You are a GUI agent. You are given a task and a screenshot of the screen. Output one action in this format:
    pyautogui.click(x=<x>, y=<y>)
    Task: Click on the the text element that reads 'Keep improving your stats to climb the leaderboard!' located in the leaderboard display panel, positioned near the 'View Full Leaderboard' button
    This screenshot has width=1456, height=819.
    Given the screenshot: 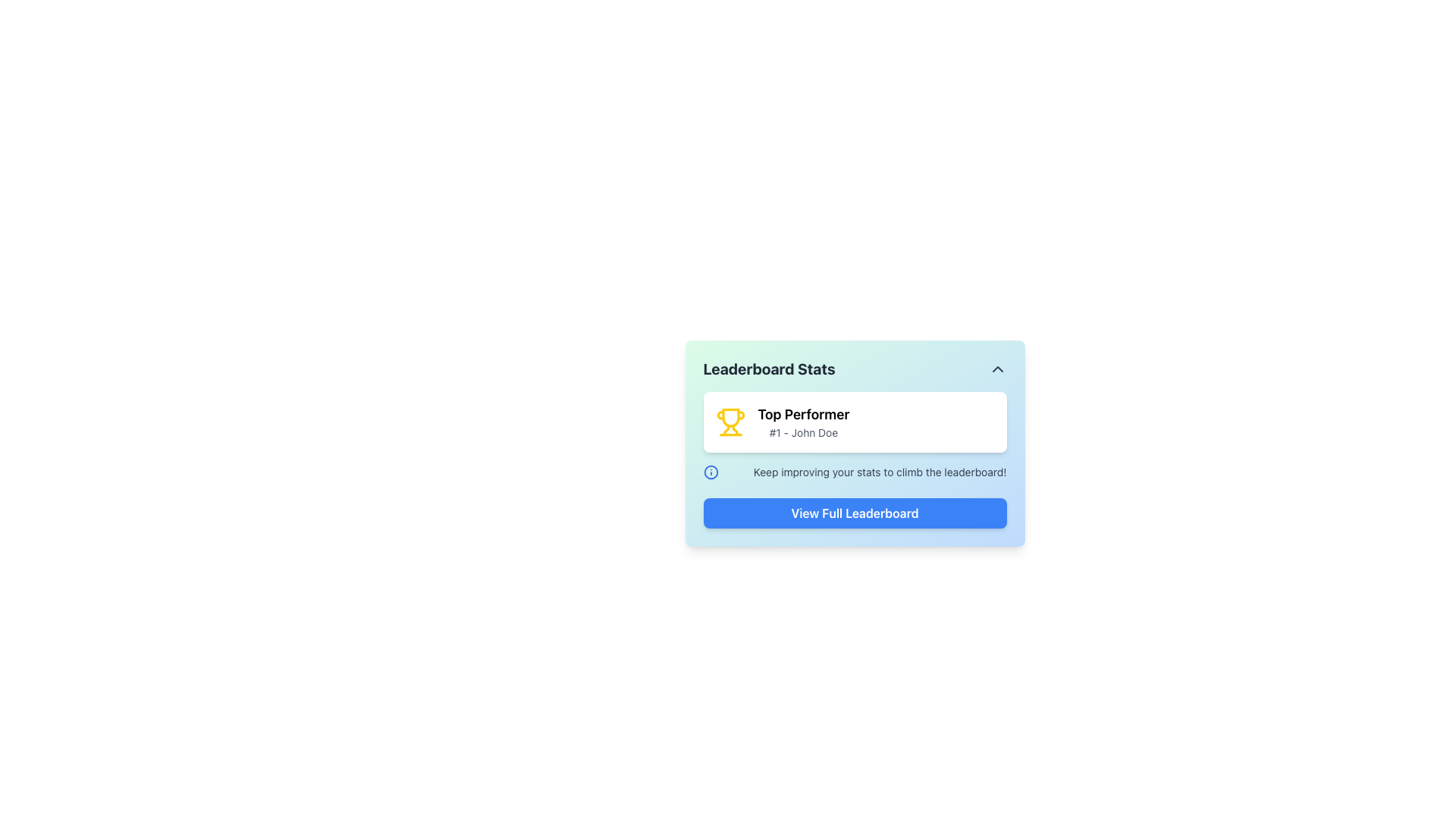 What is the action you would take?
    pyautogui.click(x=880, y=472)
    